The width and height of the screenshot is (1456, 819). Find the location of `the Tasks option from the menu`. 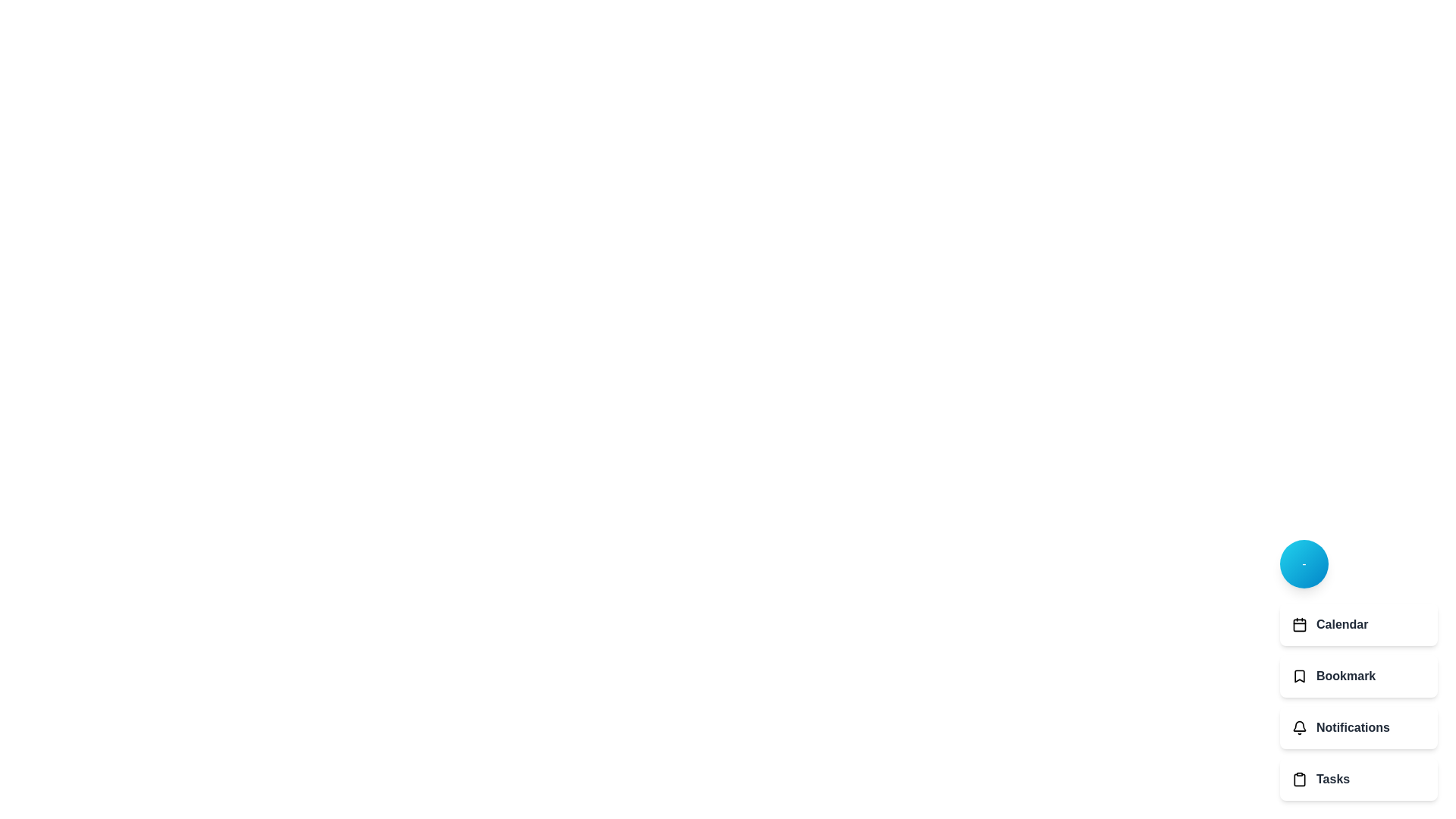

the Tasks option from the menu is located at coordinates (1358, 780).